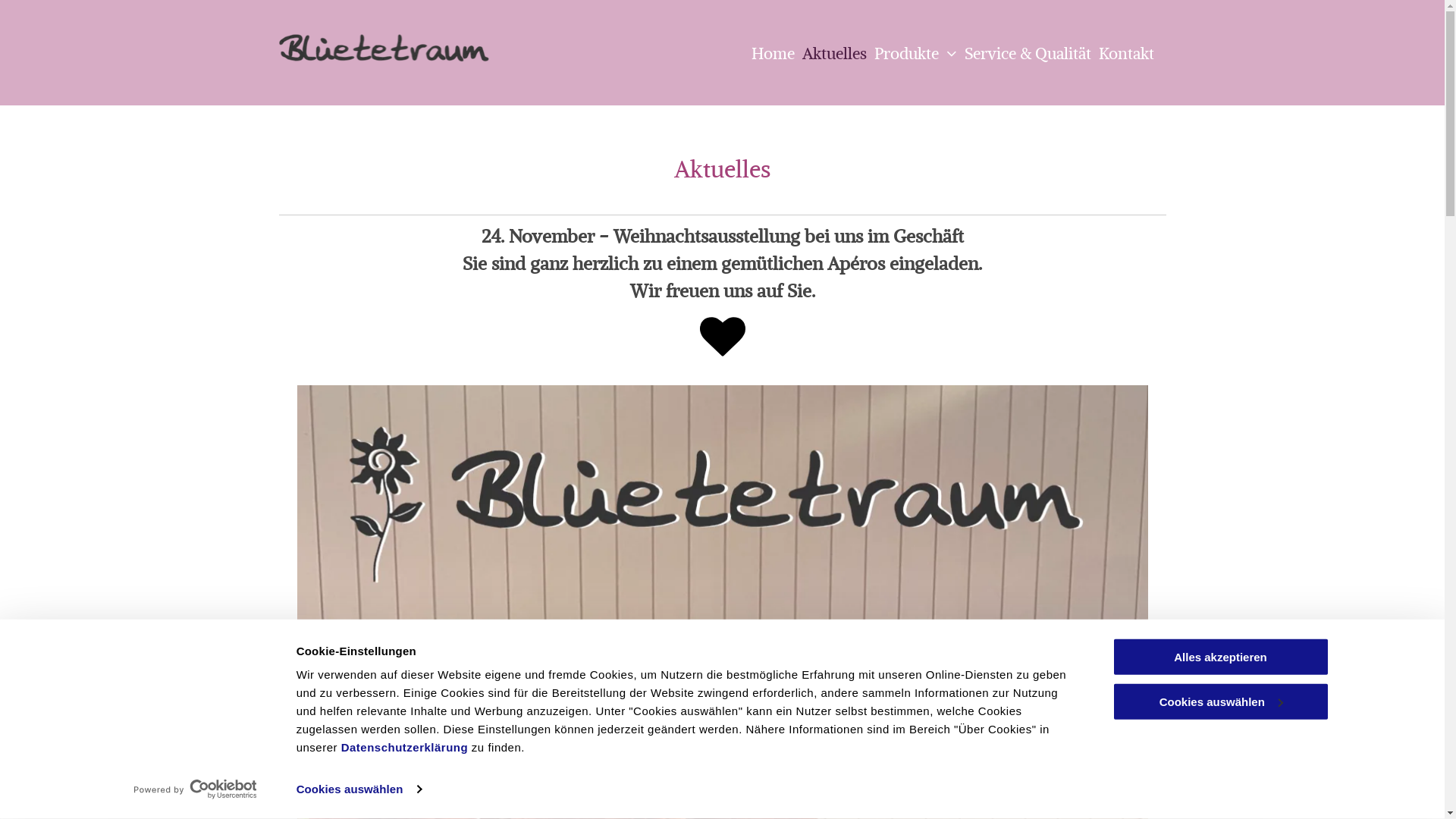 This screenshot has width=1456, height=819. Describe the element at coordinates (793, 54) in the screenshot. I see `'Aktuelles'` at that location.